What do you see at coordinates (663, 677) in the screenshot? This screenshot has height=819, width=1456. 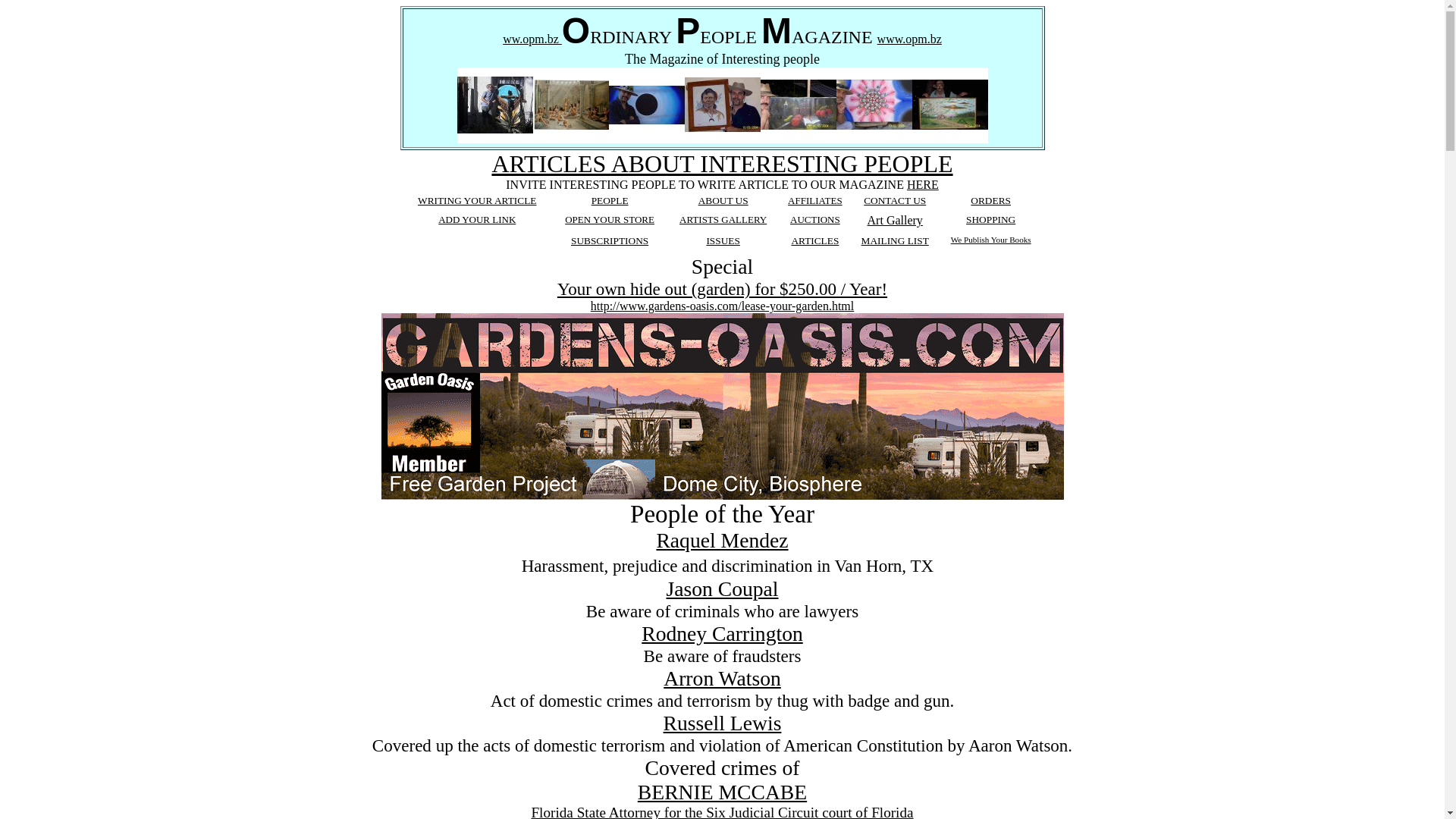 I see `'Arron Watson'` at bounding box center [663, 677].